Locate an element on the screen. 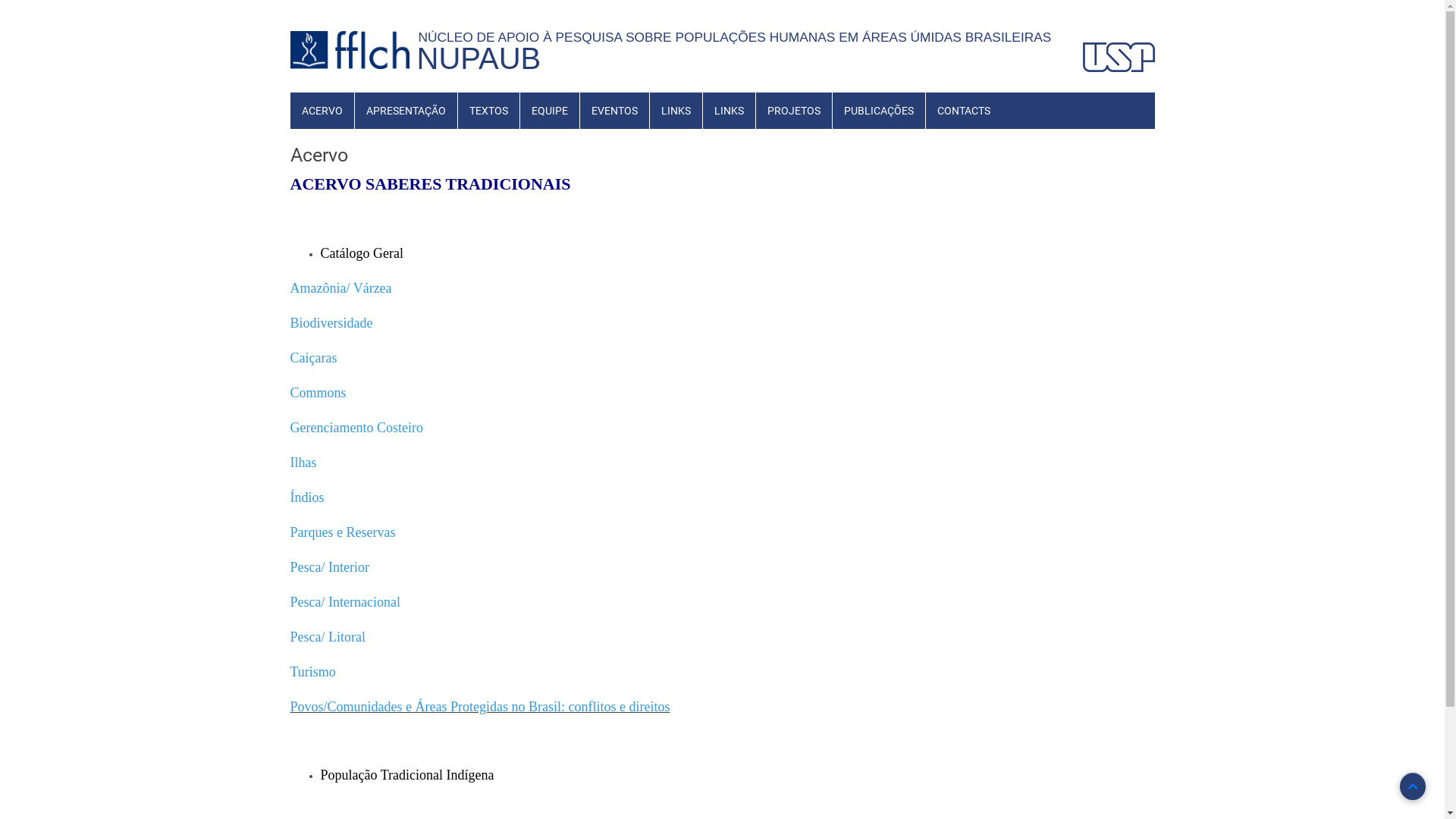  'EVENTOS' is located at coordinates (613, 110).